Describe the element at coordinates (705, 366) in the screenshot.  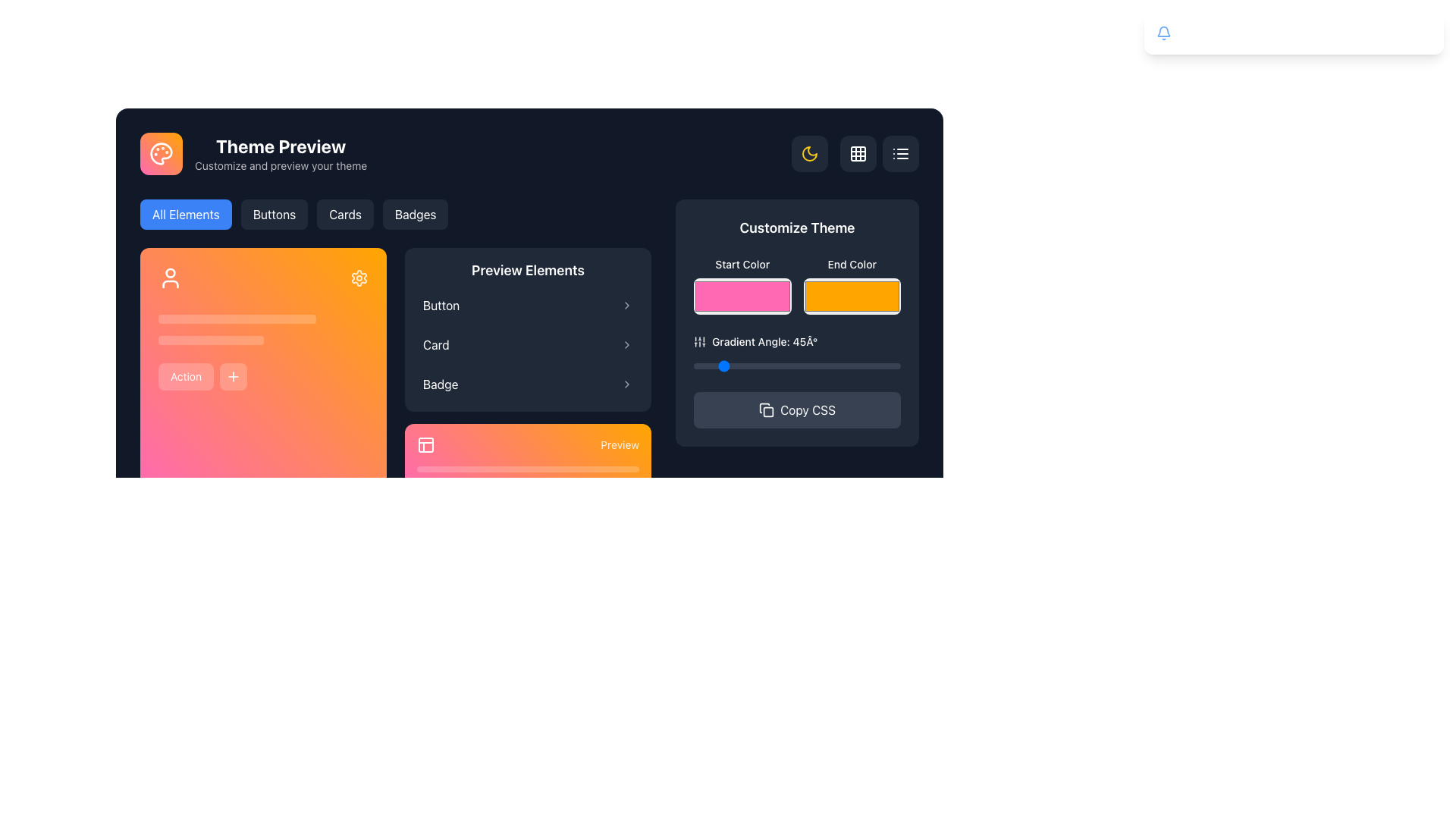
I see `the gradient angle` at that location.